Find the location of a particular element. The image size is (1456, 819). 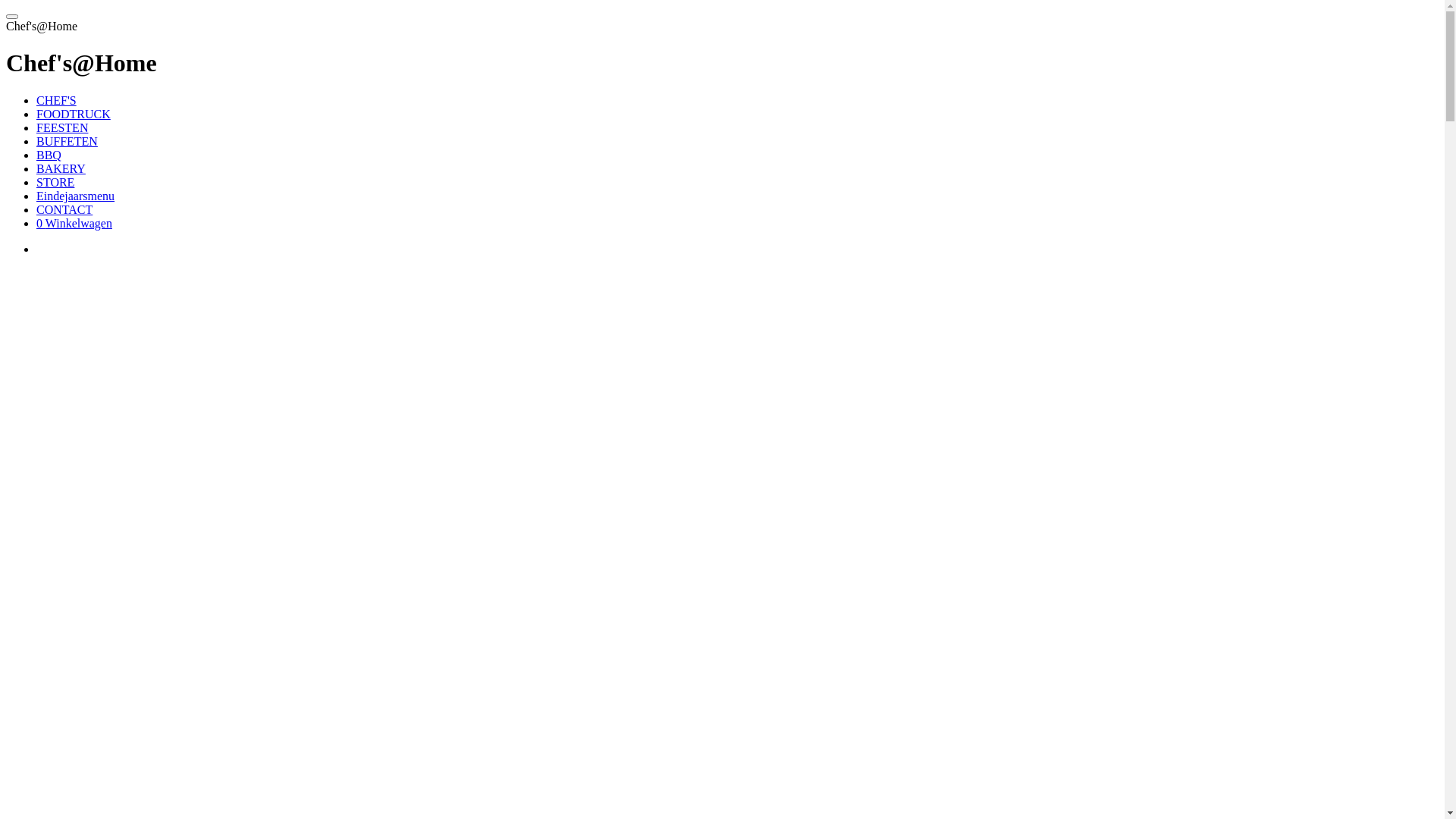

'BUFFETEN' is located at coordinates (66, 141).